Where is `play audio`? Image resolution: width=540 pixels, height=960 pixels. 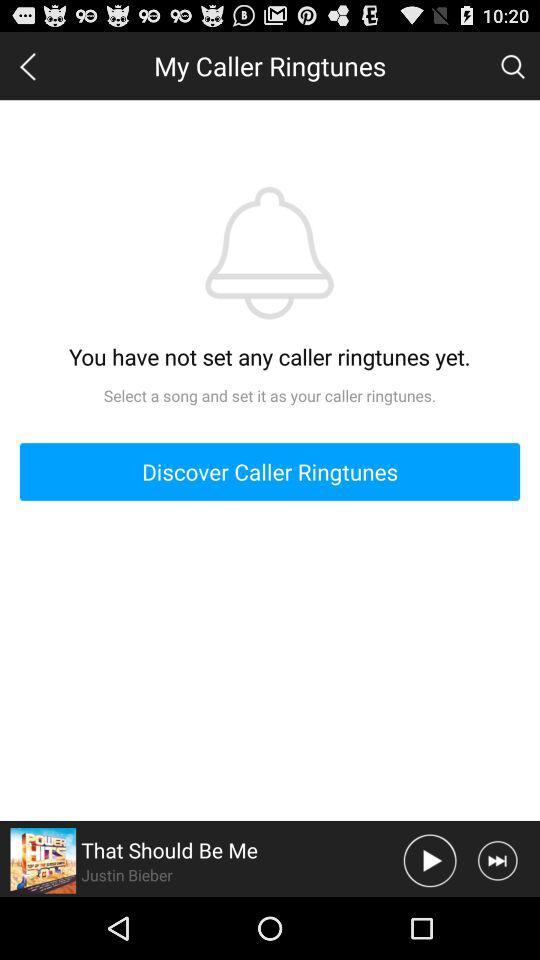
play audio is located at coordinates (429, 859).